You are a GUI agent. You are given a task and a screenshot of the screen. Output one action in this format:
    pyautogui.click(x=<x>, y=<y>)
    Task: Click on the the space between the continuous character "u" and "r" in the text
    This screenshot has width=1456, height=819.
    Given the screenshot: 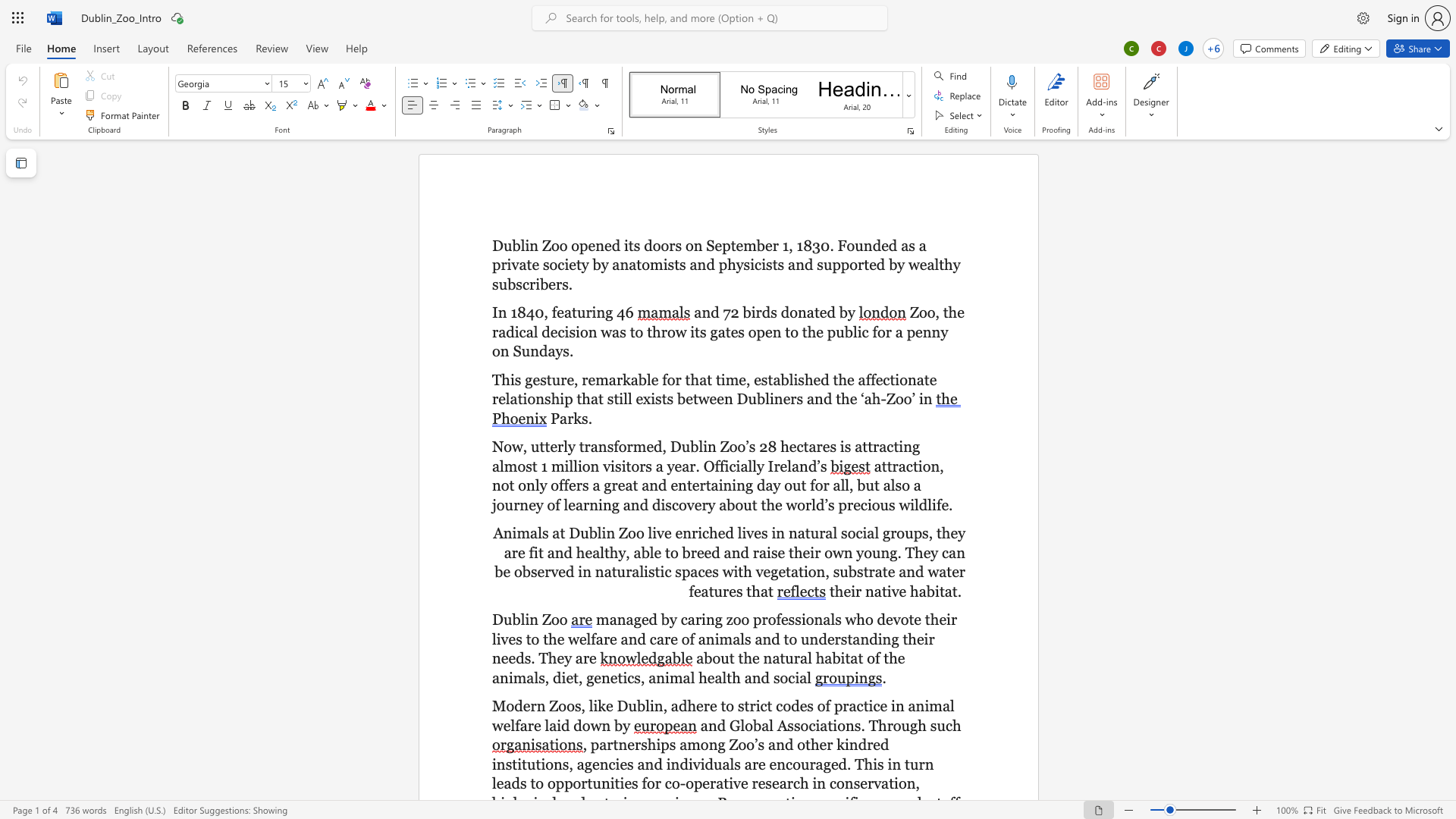 What is the action you would take?
    pyautogui.click(x=584, y=312)
    